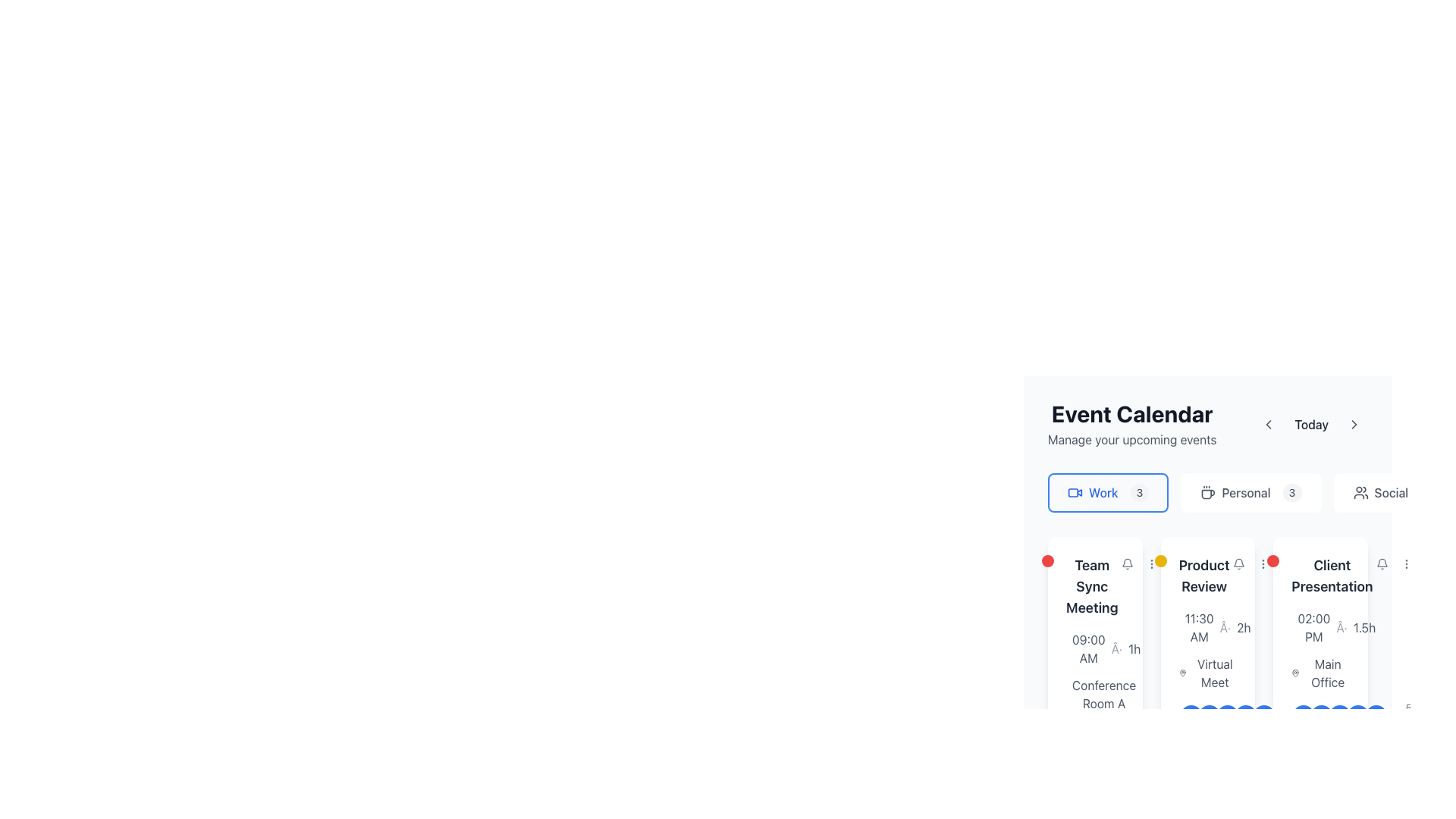 This screenshot has height=819, width=1456. What do you see at coordinates (1319, 576) in the screenshot?
I see `the text label that serves as the heading for the event card, located in the top-right section of the third card, above the time information and to the right of the left-side indicator` at bounding box center [1319, 576].